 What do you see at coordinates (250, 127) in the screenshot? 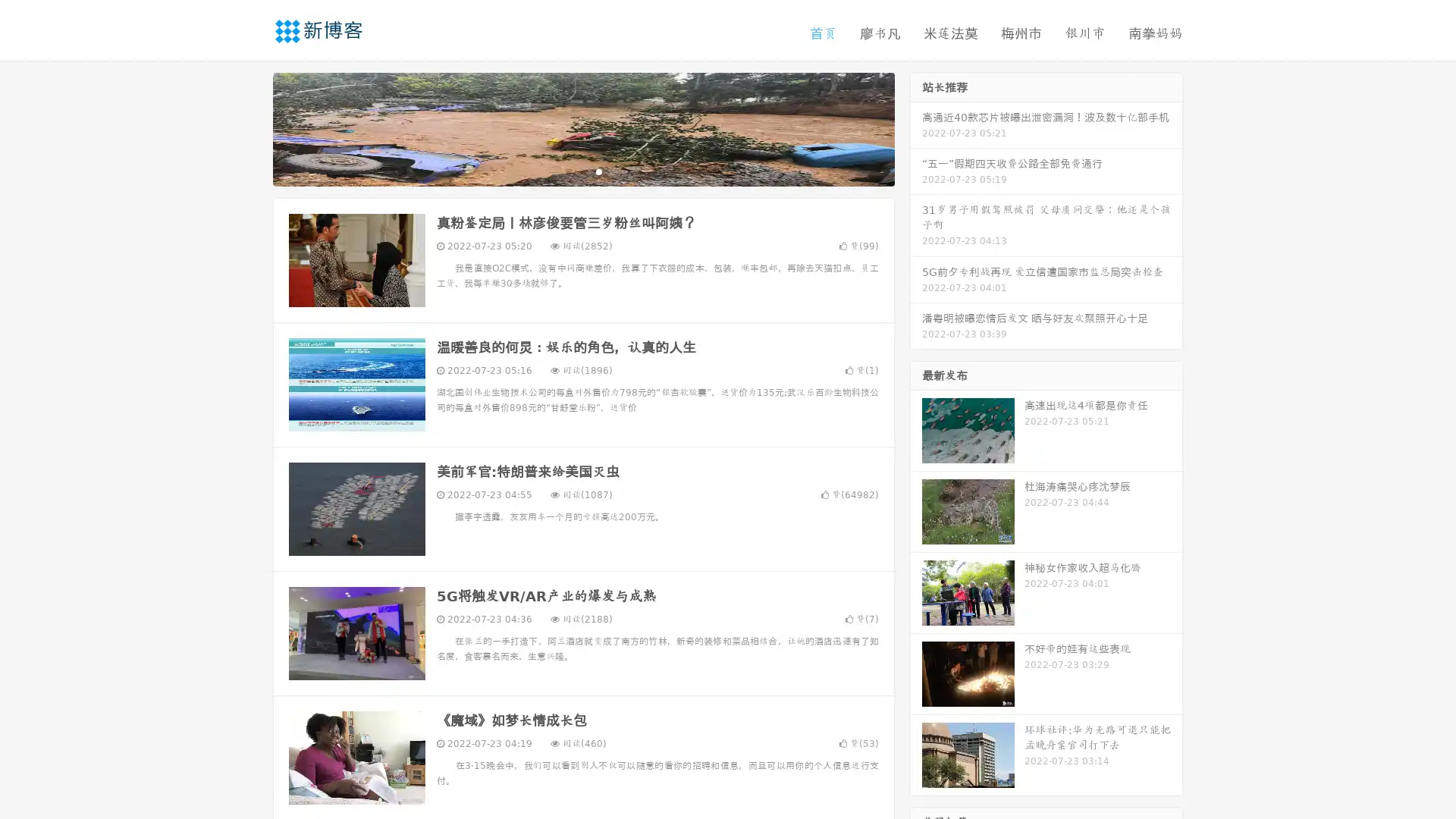
I see `Previous slide` at bounding box center [250, 127].